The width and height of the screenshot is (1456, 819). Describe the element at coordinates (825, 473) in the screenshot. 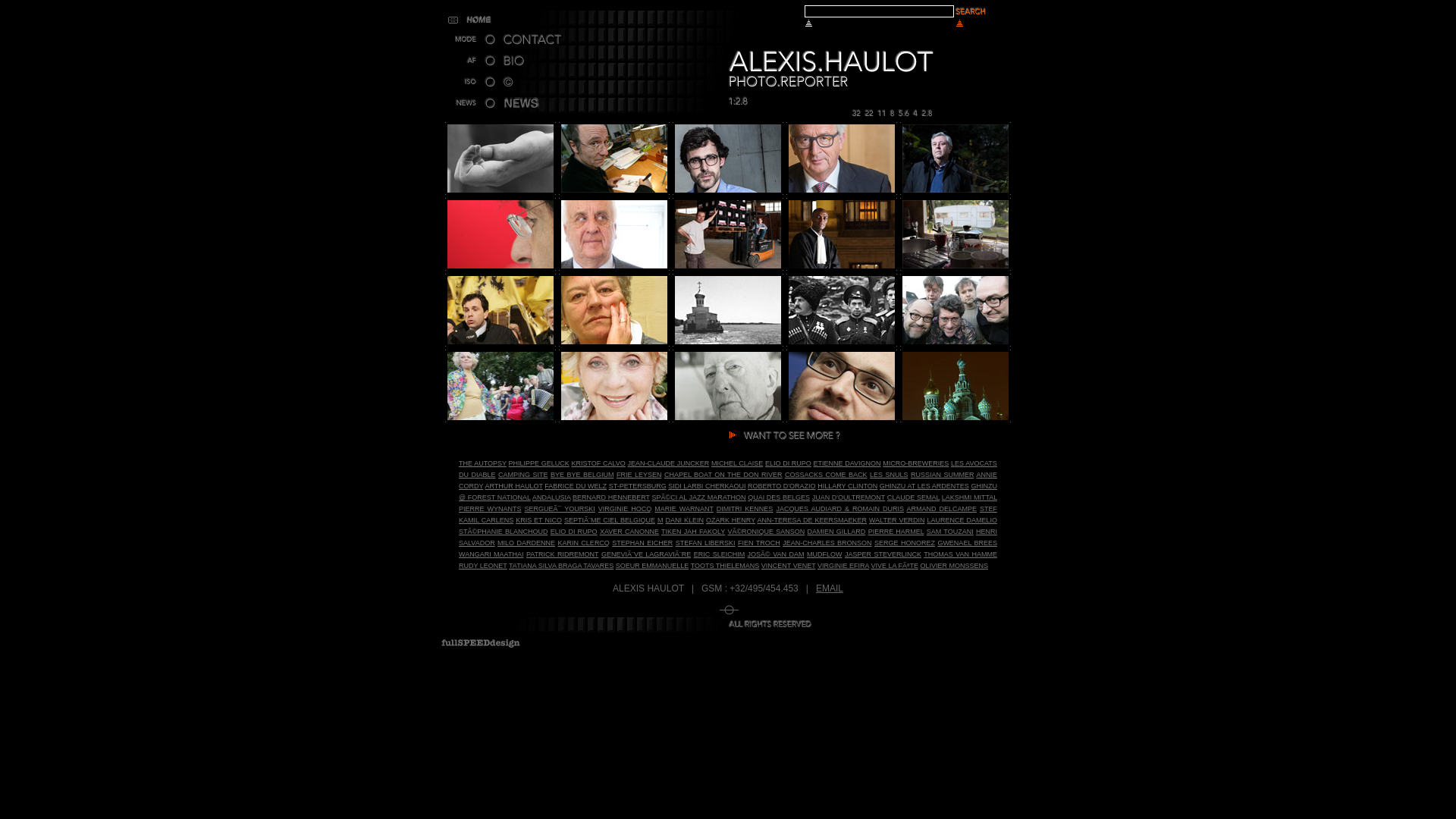

I see `'COSSACKS COME BACK'` at that location.